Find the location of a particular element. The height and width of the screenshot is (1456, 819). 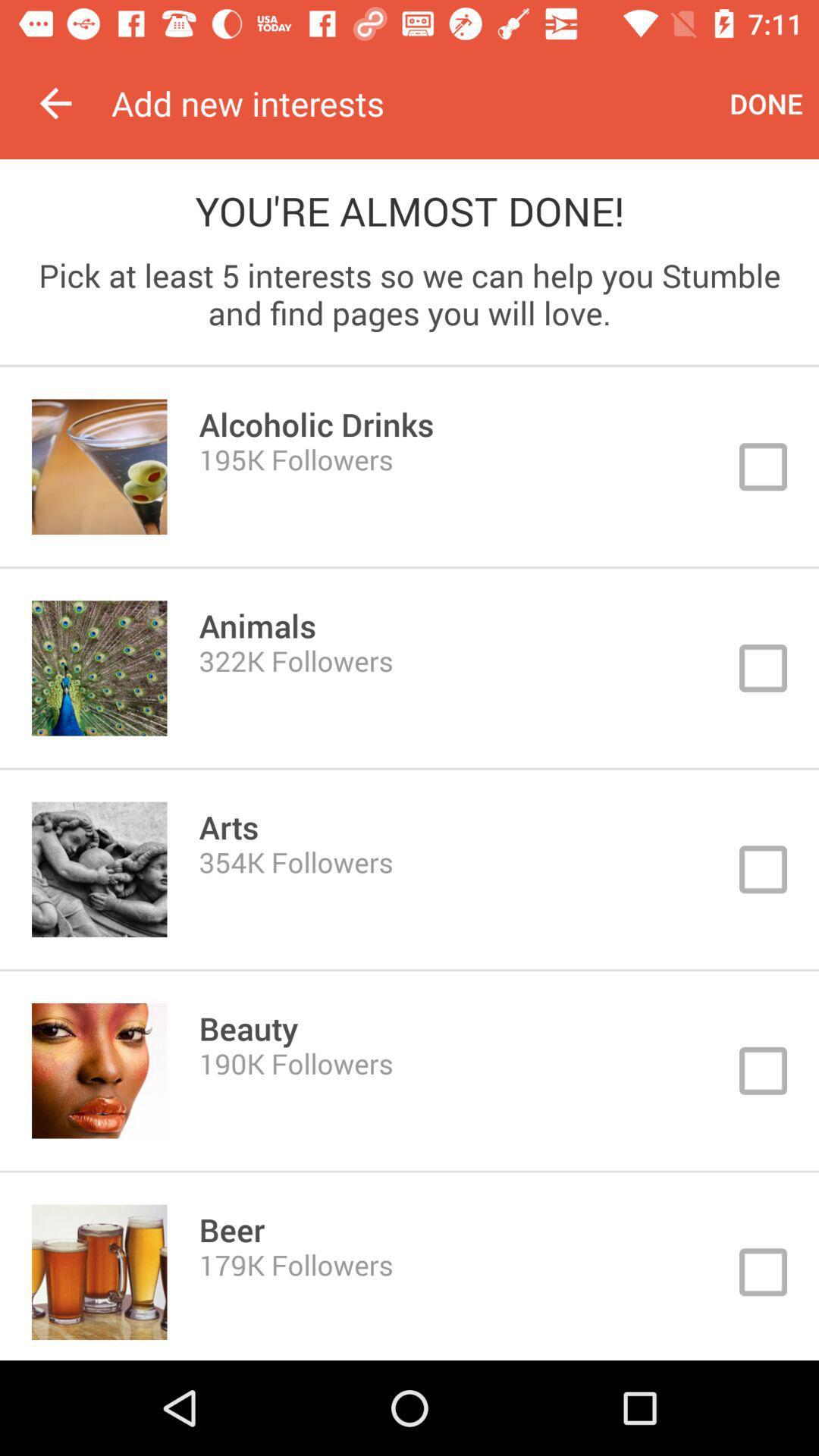

animals is located at coordinates (409, 667).